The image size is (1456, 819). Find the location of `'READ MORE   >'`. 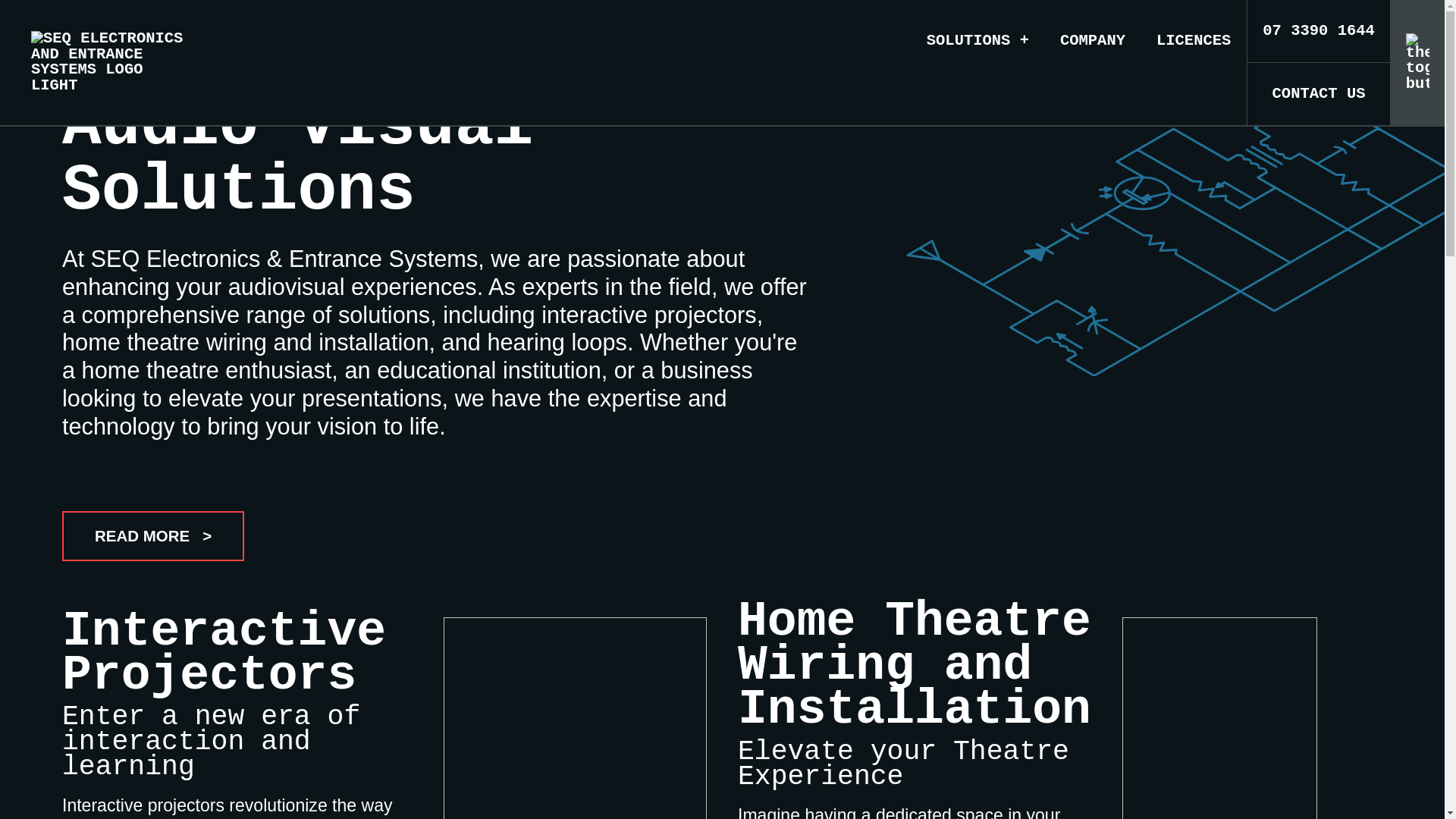

'READ MORE   >' is located at coordinates (152, 535).